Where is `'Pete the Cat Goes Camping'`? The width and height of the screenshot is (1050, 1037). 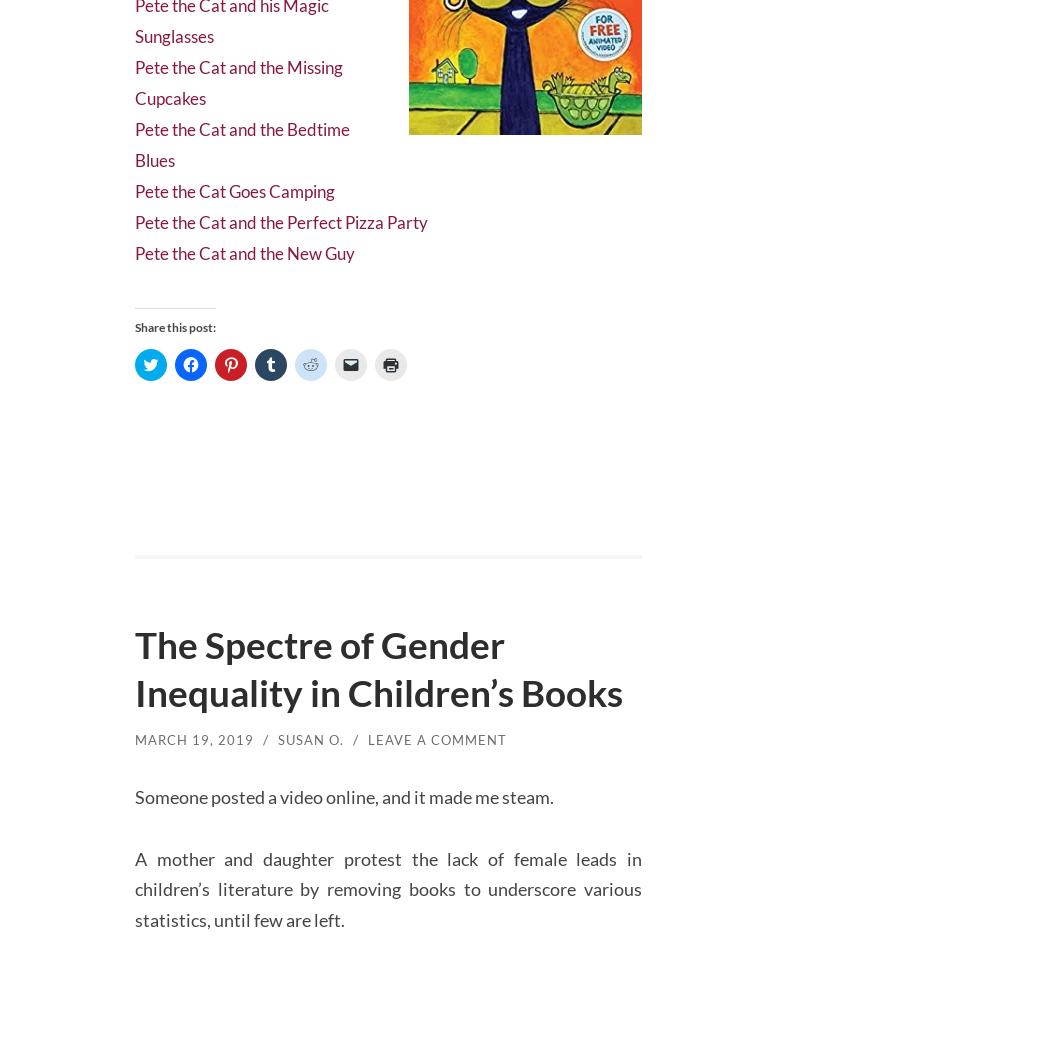
'Pete the Cat Goes Camping' is located at coordinates (240, 174).